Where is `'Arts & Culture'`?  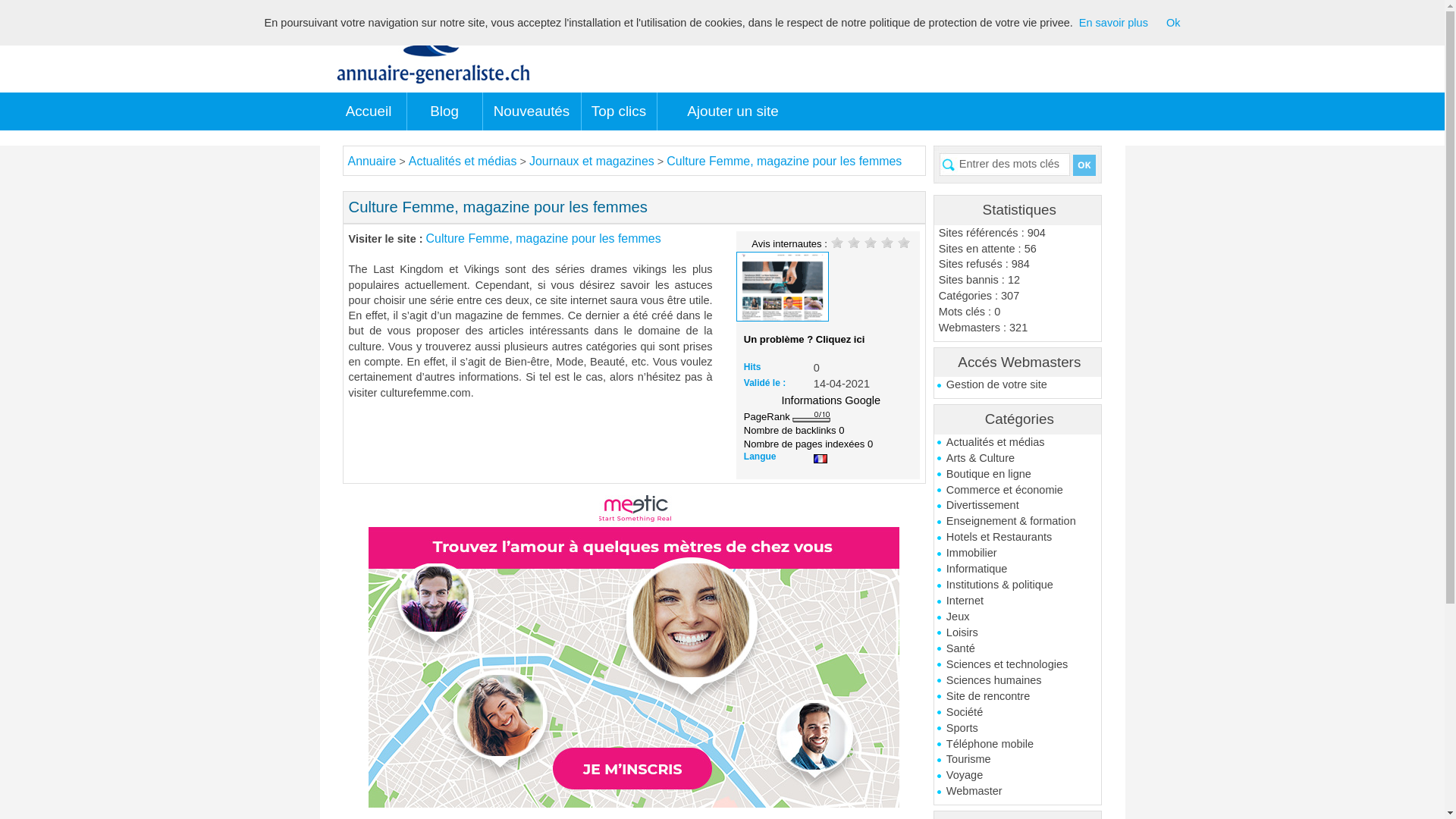 'Arts & Culture' is located at coordinates (1018, 457).